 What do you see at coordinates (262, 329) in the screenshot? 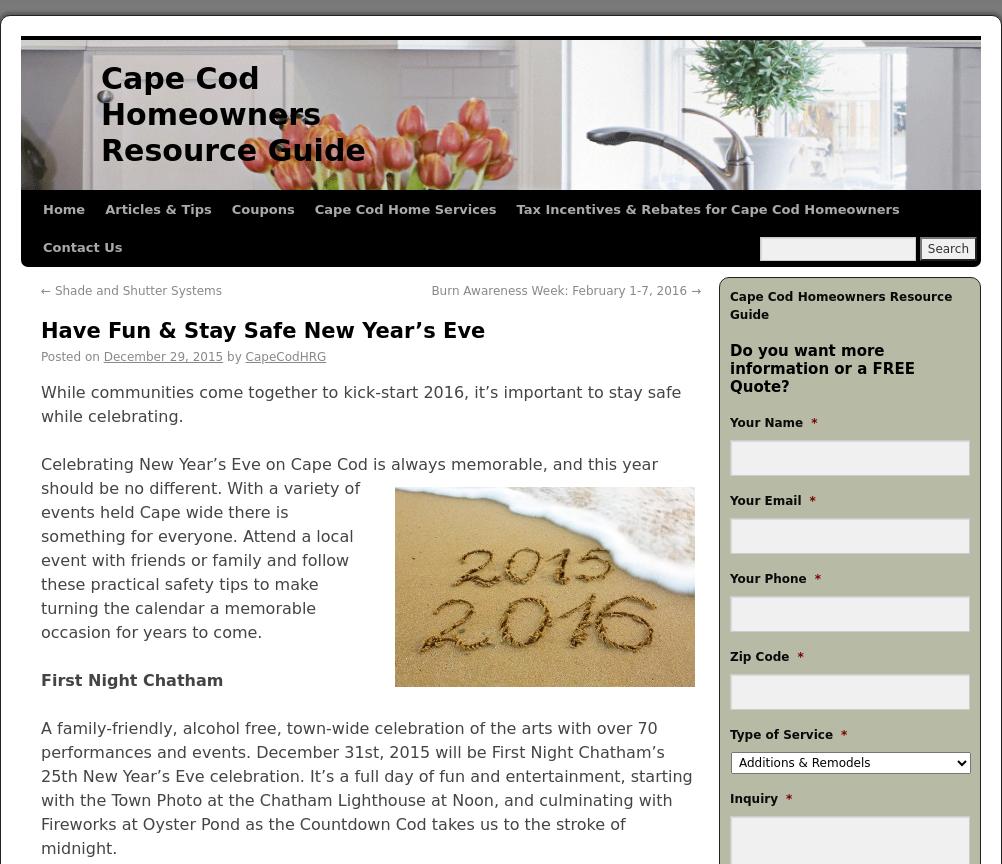
I see `'Have Fun & Stay Safe New Year’s Eve'` at bounding box center [262, 329].